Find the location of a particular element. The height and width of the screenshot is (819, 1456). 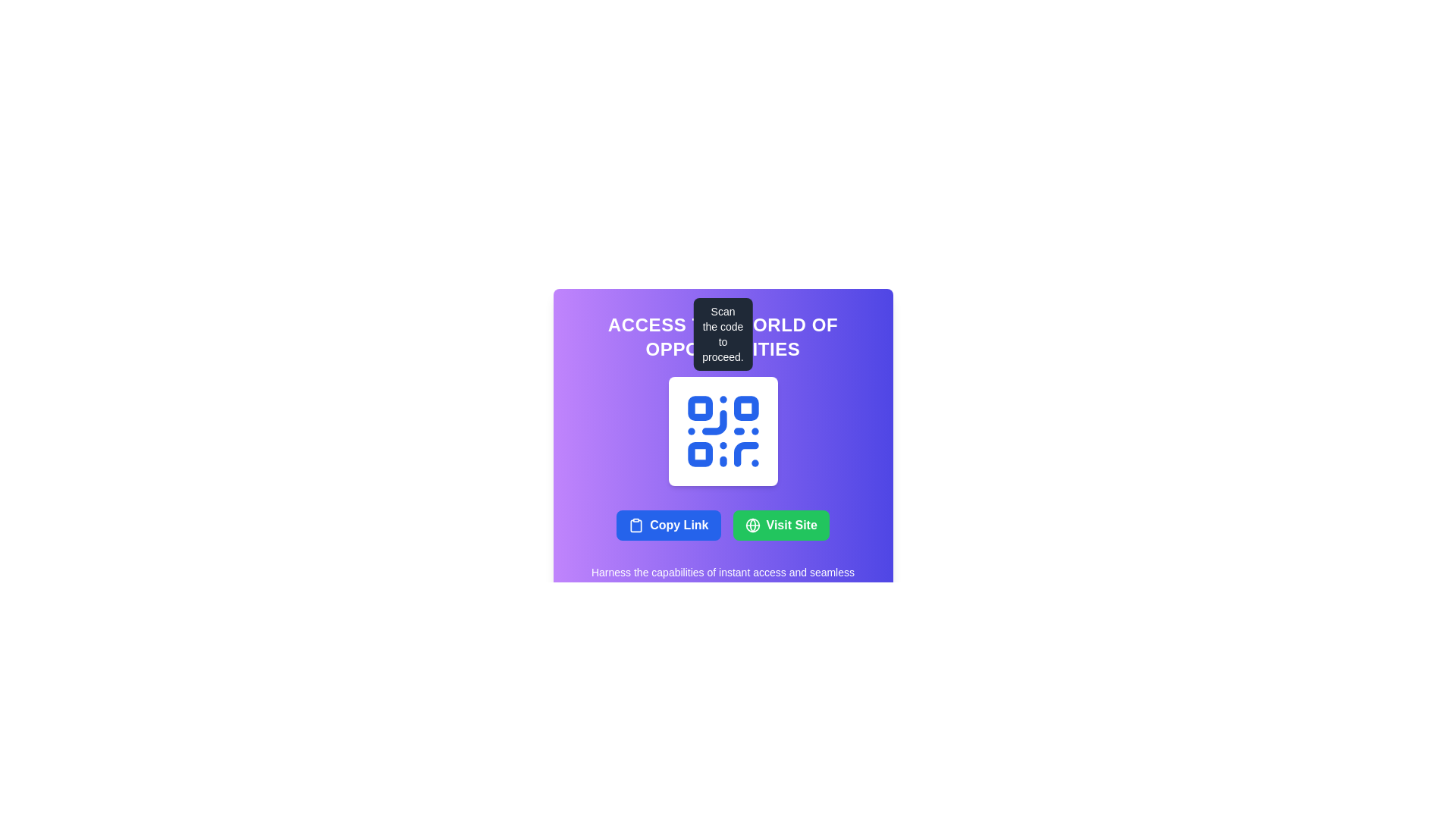

the clipboard icon located inside the 'Copy Link' button, to the left of the text label is located at coordinates (636, 525).